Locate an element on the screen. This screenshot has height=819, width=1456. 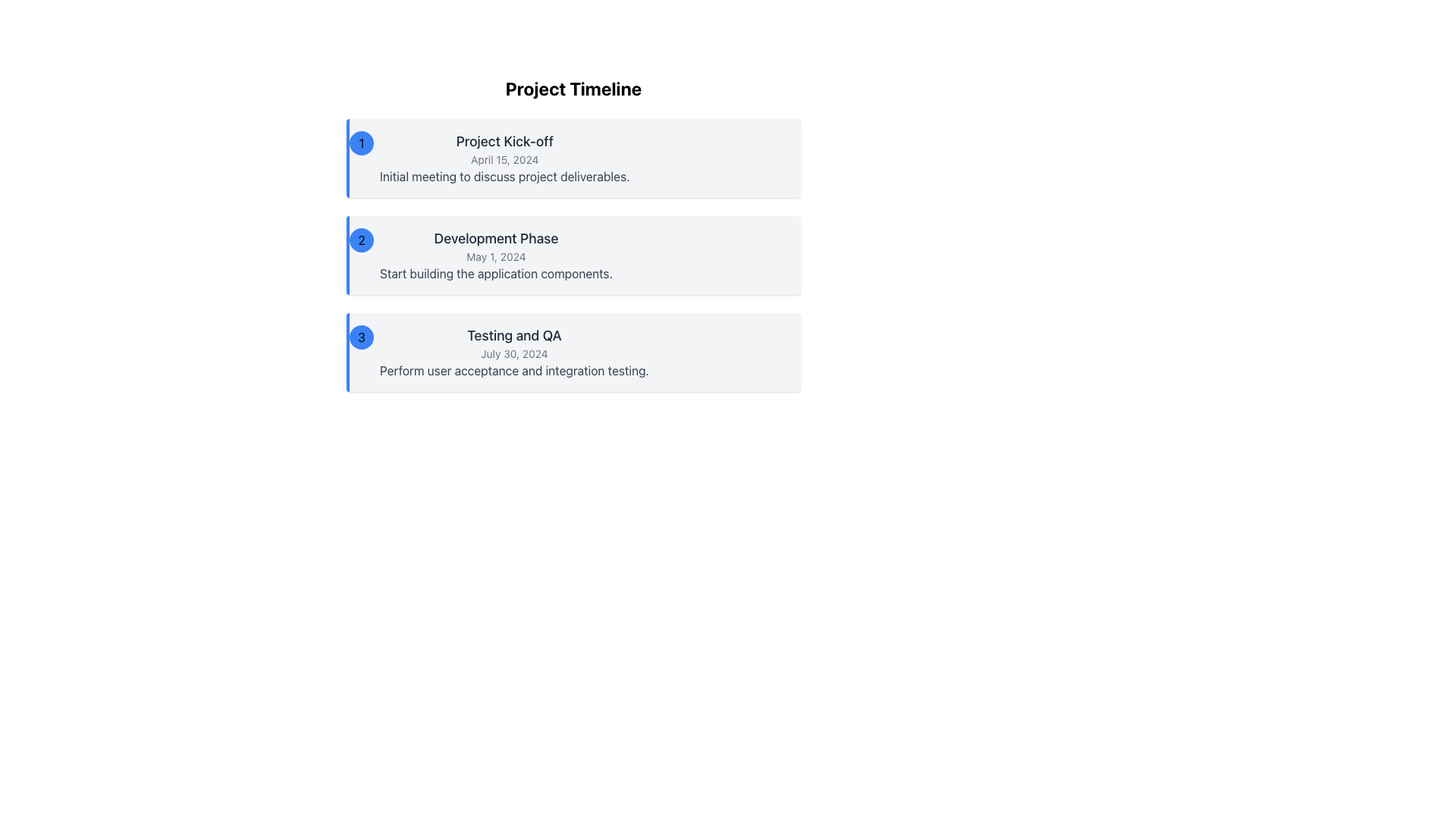
the textual label displaying 'Perform user acceptance and integration testing.' which is located in the 'Testing and QA' phase of the project timeline is located at coordinates (514, 371).